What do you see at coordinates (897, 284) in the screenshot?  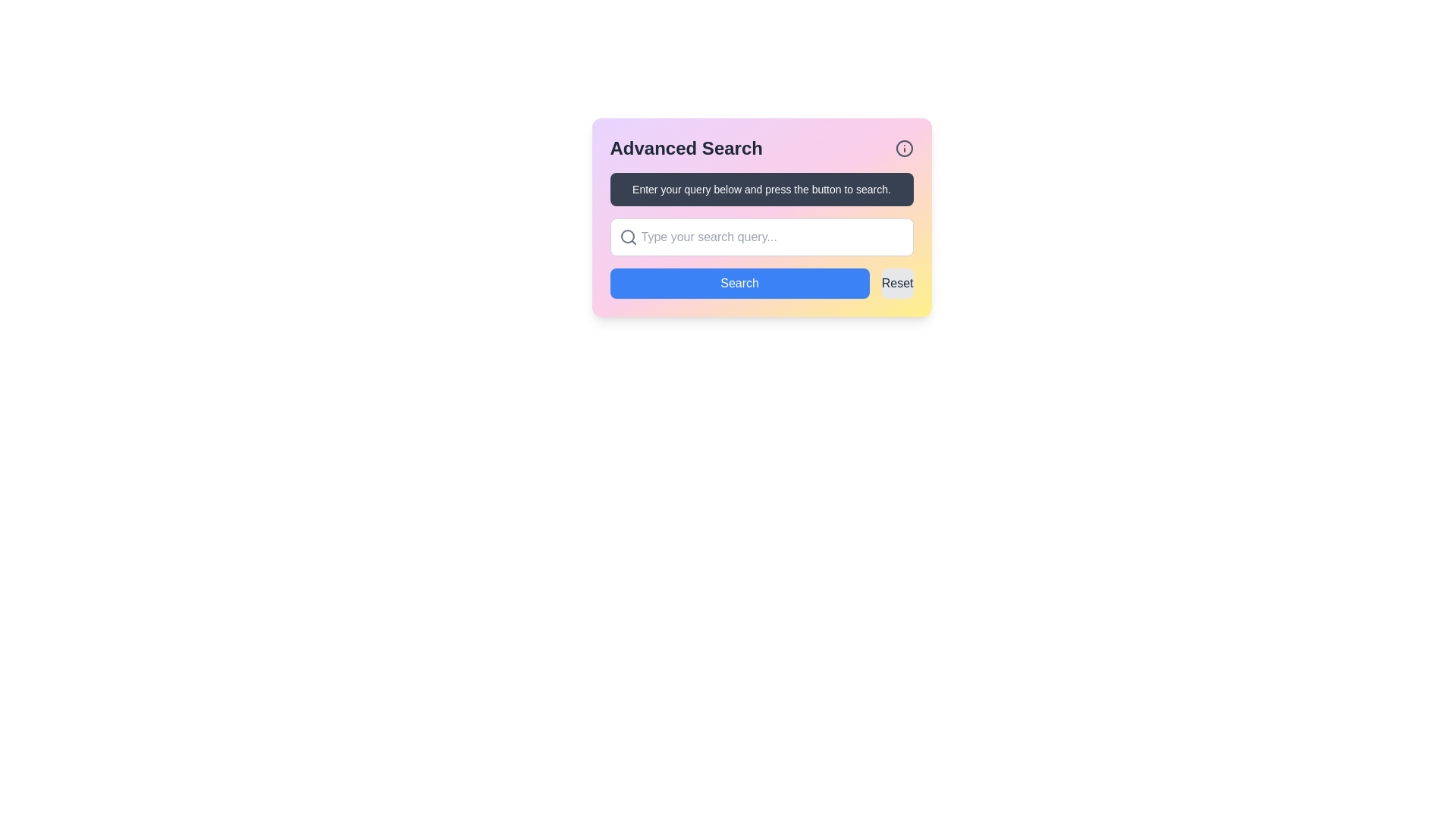 I see `the reset button located at the bottom right of the advanced search panel` at bounding box center [897, 284].